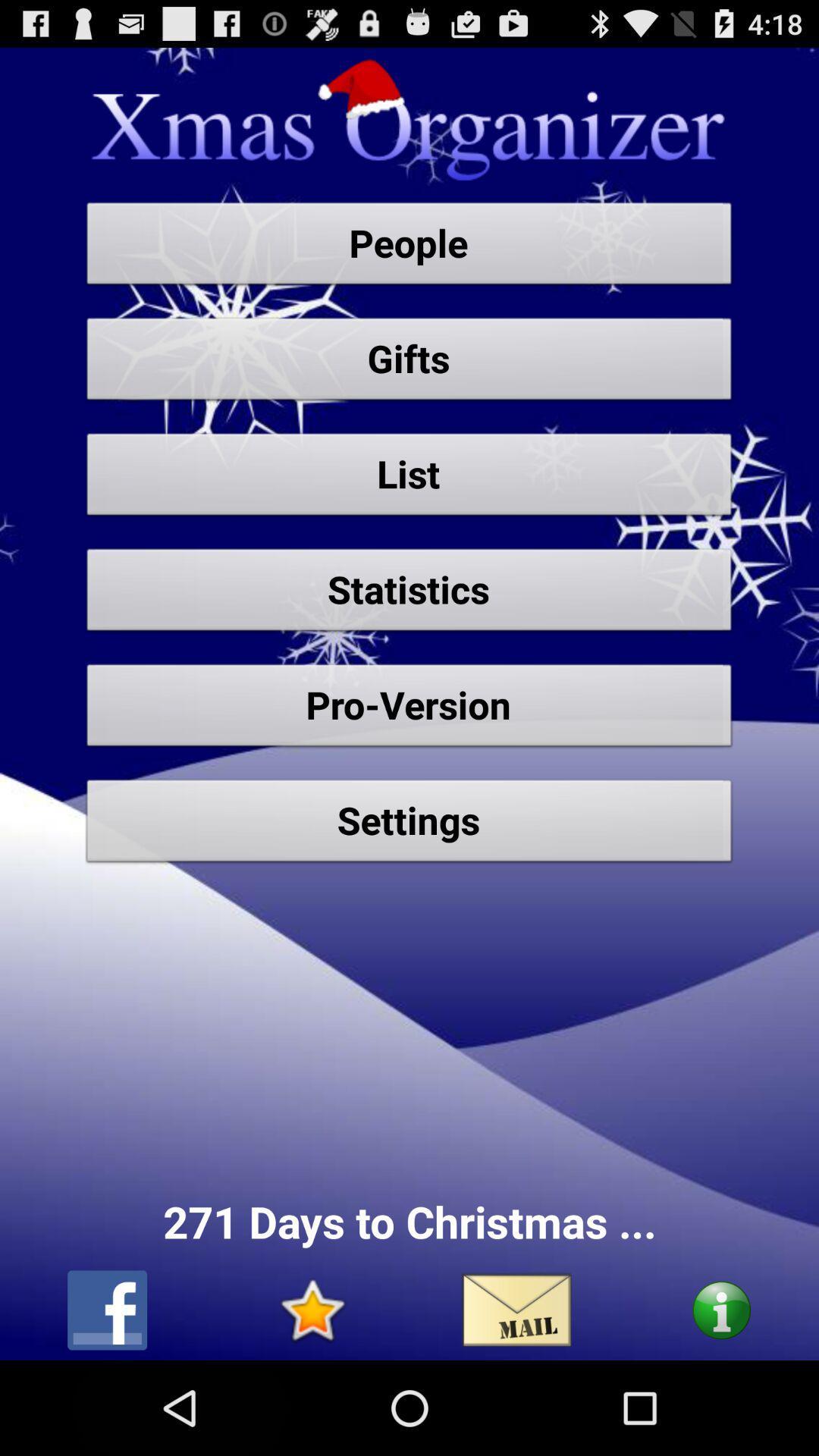 The width and height of the screenshot is (819, 1456). What do you see at coordinates (311, 1401) in the screenshot?
I see `the star icon` at bounding box center [311, 1401].